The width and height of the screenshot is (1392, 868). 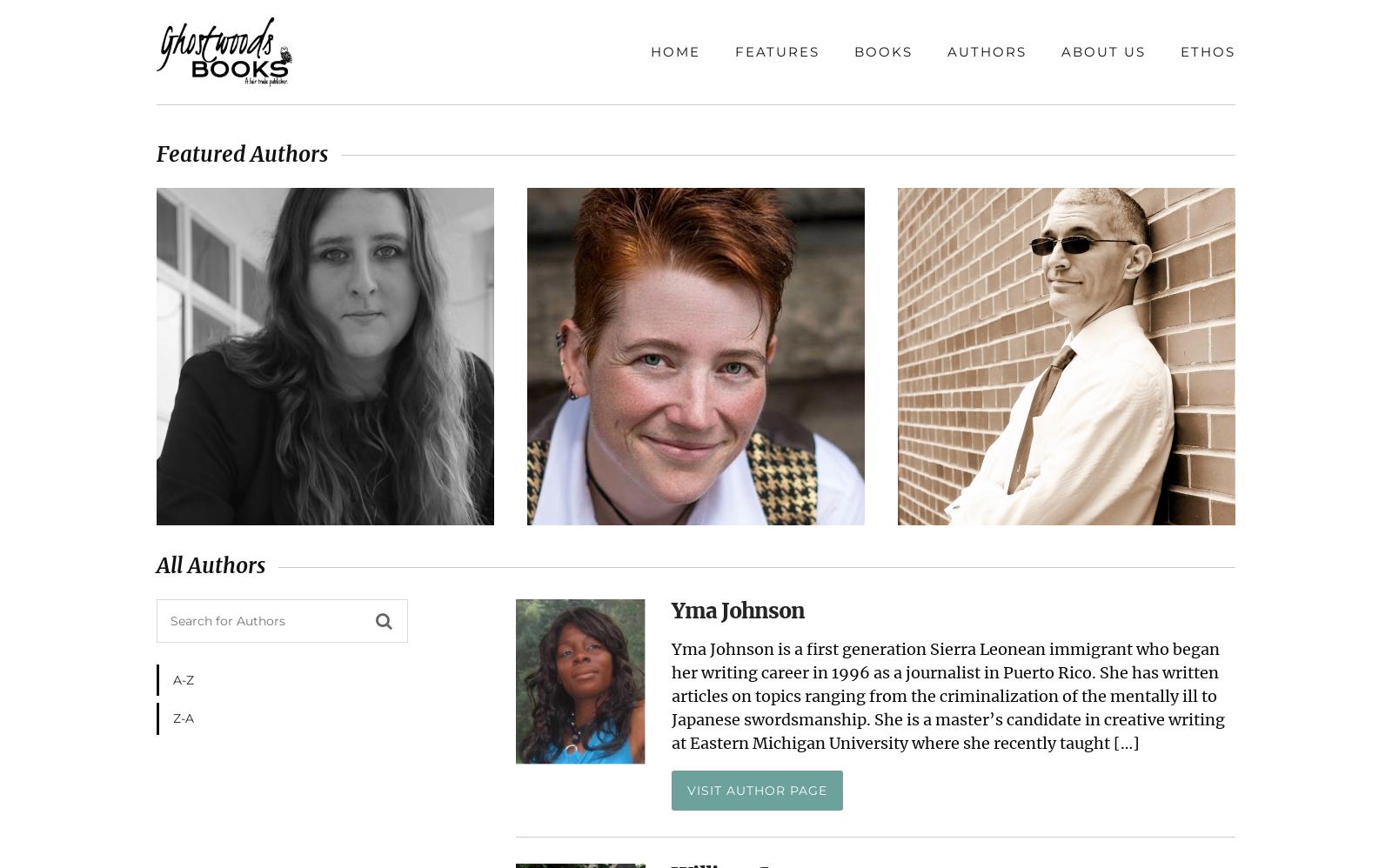 I want to click on 'Authors', so click(x=987, y=50).